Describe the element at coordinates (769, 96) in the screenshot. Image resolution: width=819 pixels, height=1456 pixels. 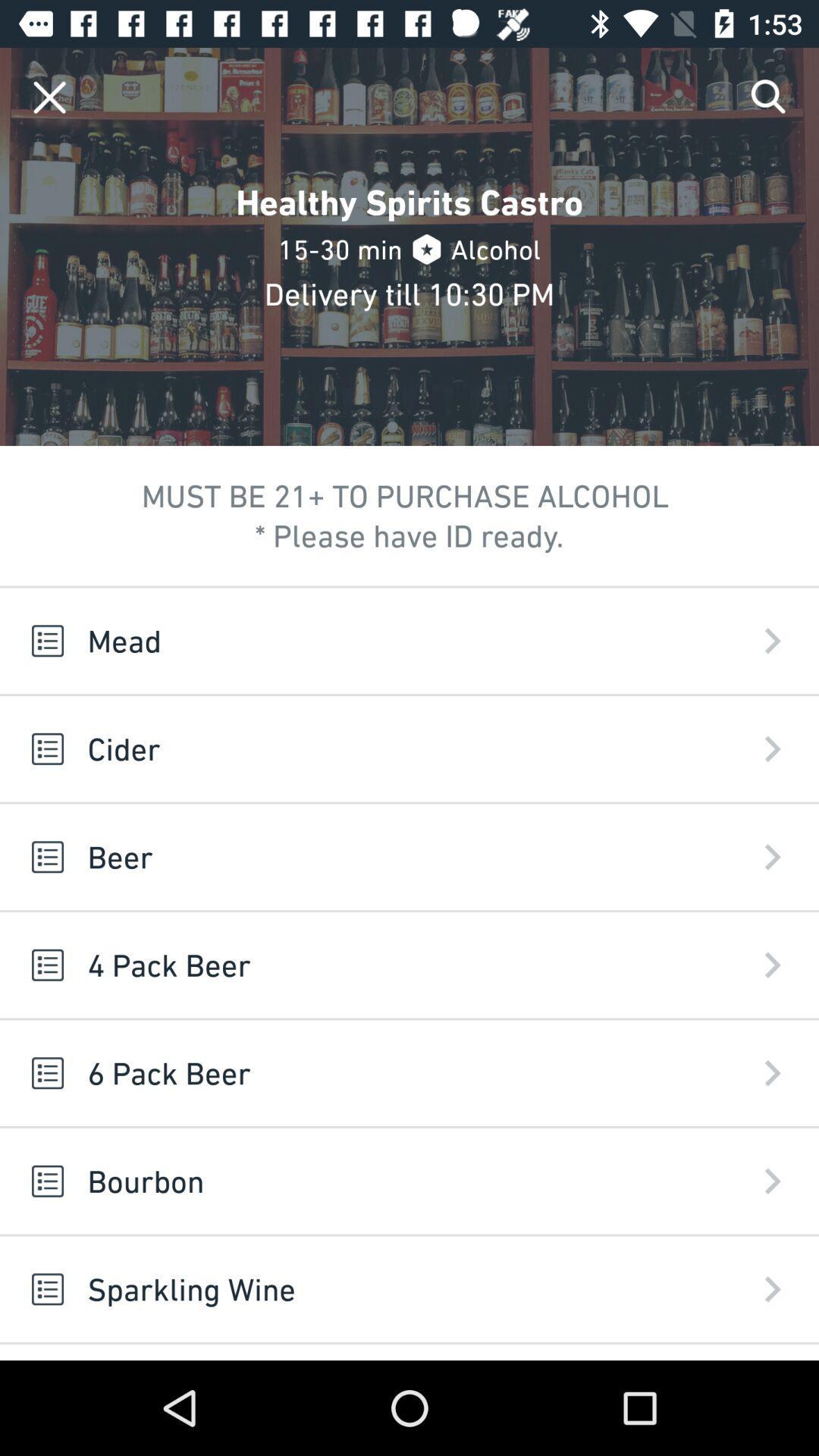
I see `search for more` at that location.